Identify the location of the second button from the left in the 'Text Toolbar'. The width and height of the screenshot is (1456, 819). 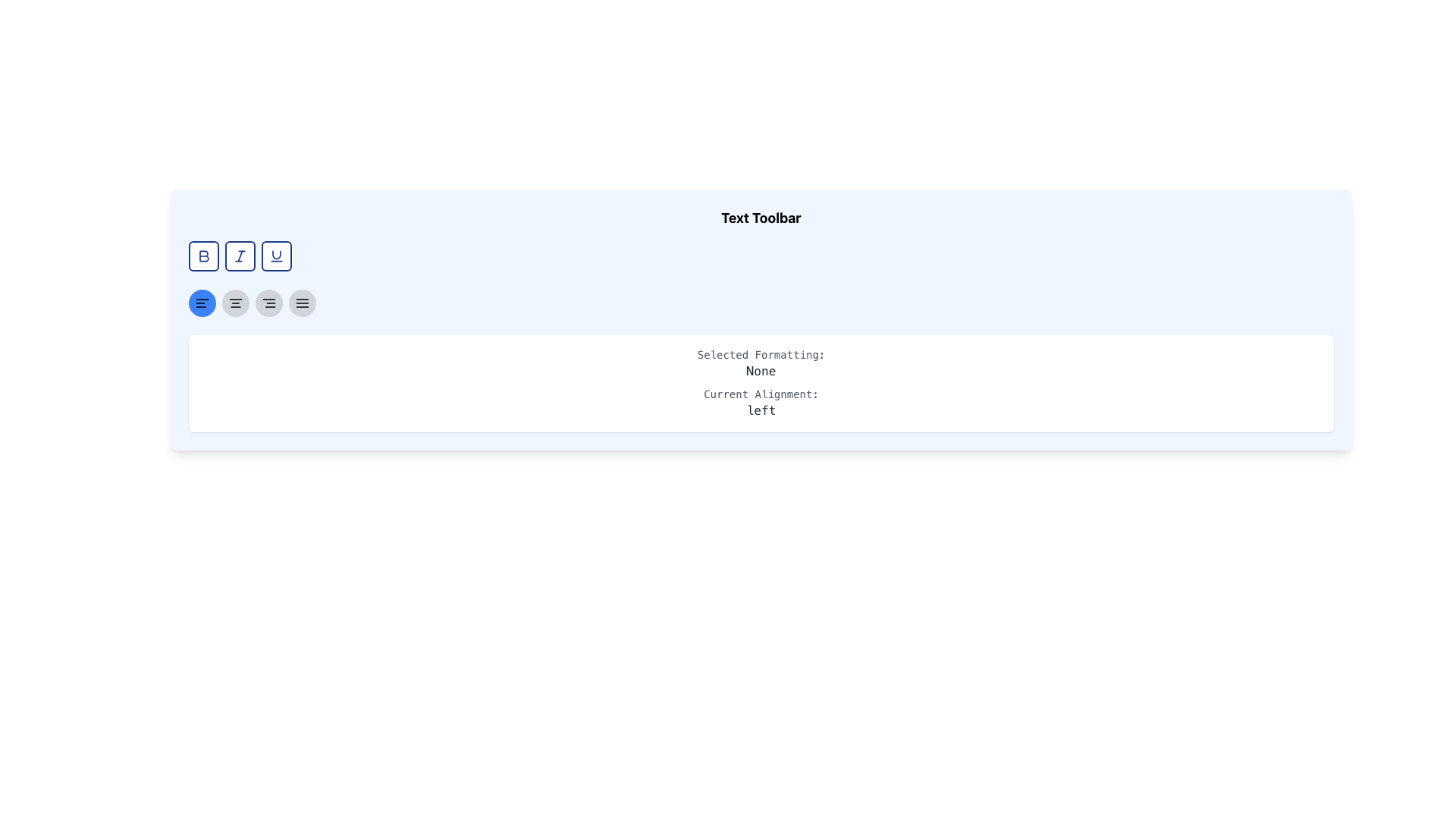
(239, 256).